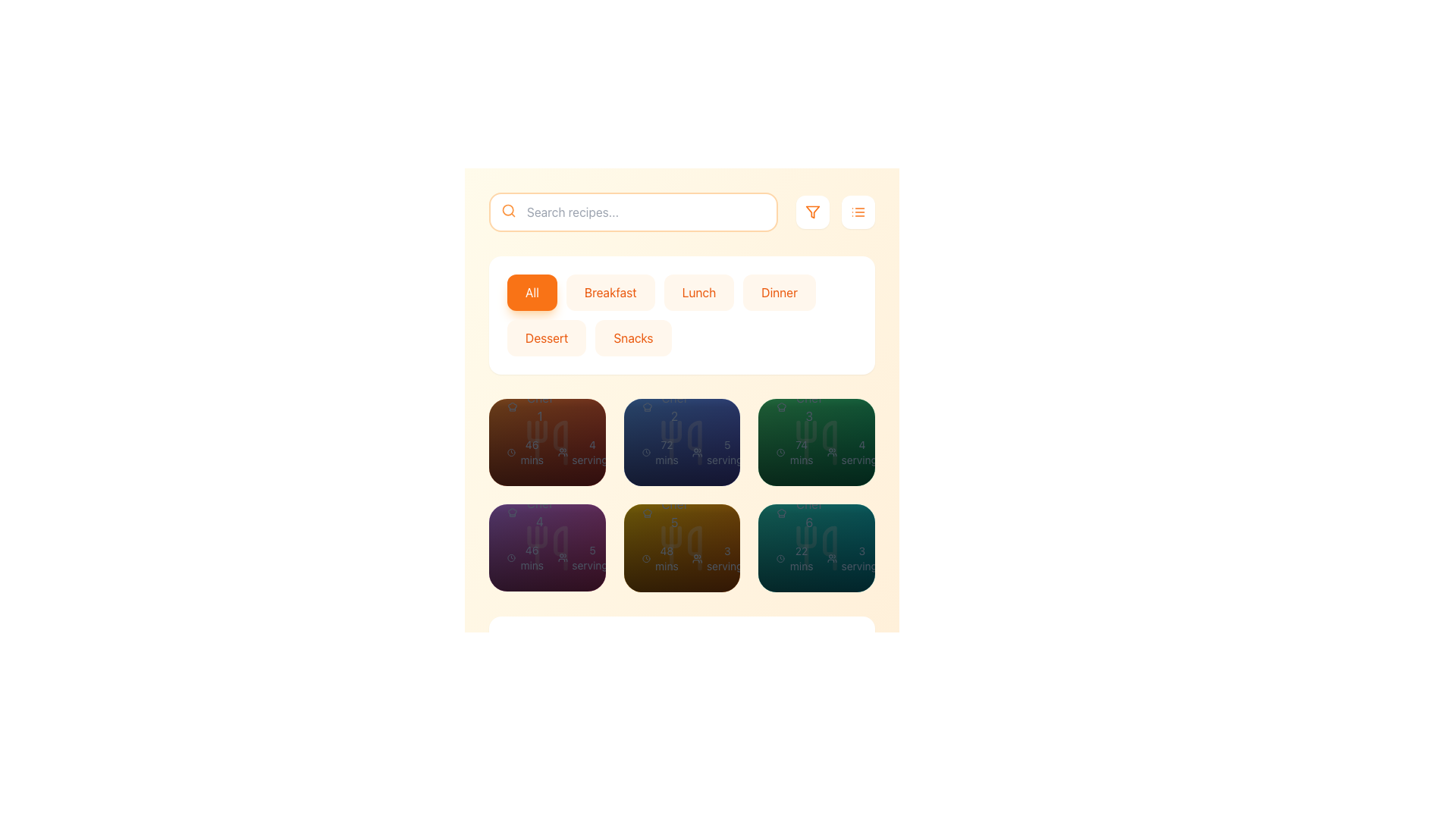  What do you see at coordinates (795, 452) in the screenshot?
I see `the Text label with an icon indicating the duration of a recipe, located in the bottom row of the grid layout, first item on the rightmost card` at bounding box center [795, 452].